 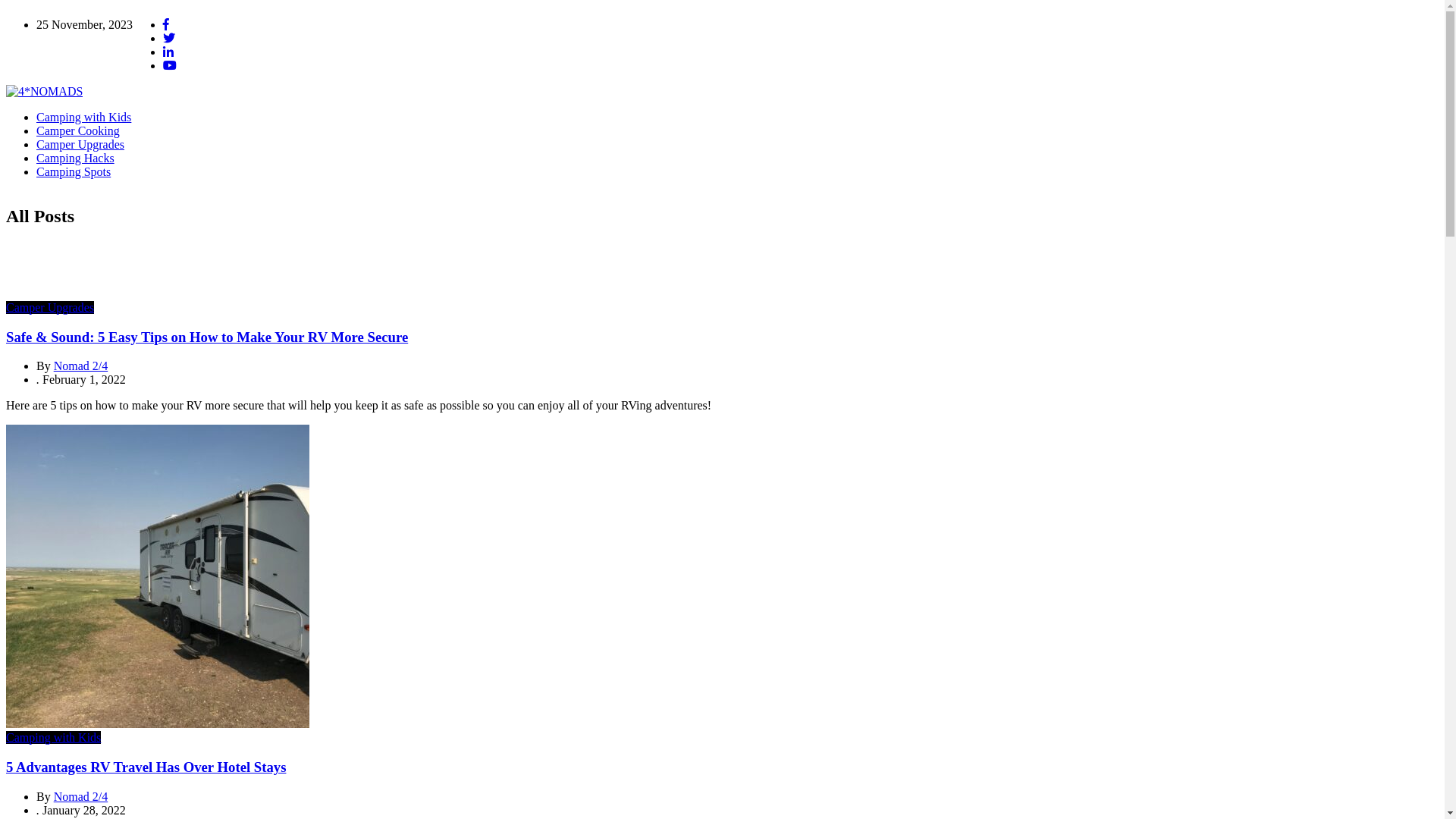 I want to click on 'Camping Hacks', so click(x=74, y=158).